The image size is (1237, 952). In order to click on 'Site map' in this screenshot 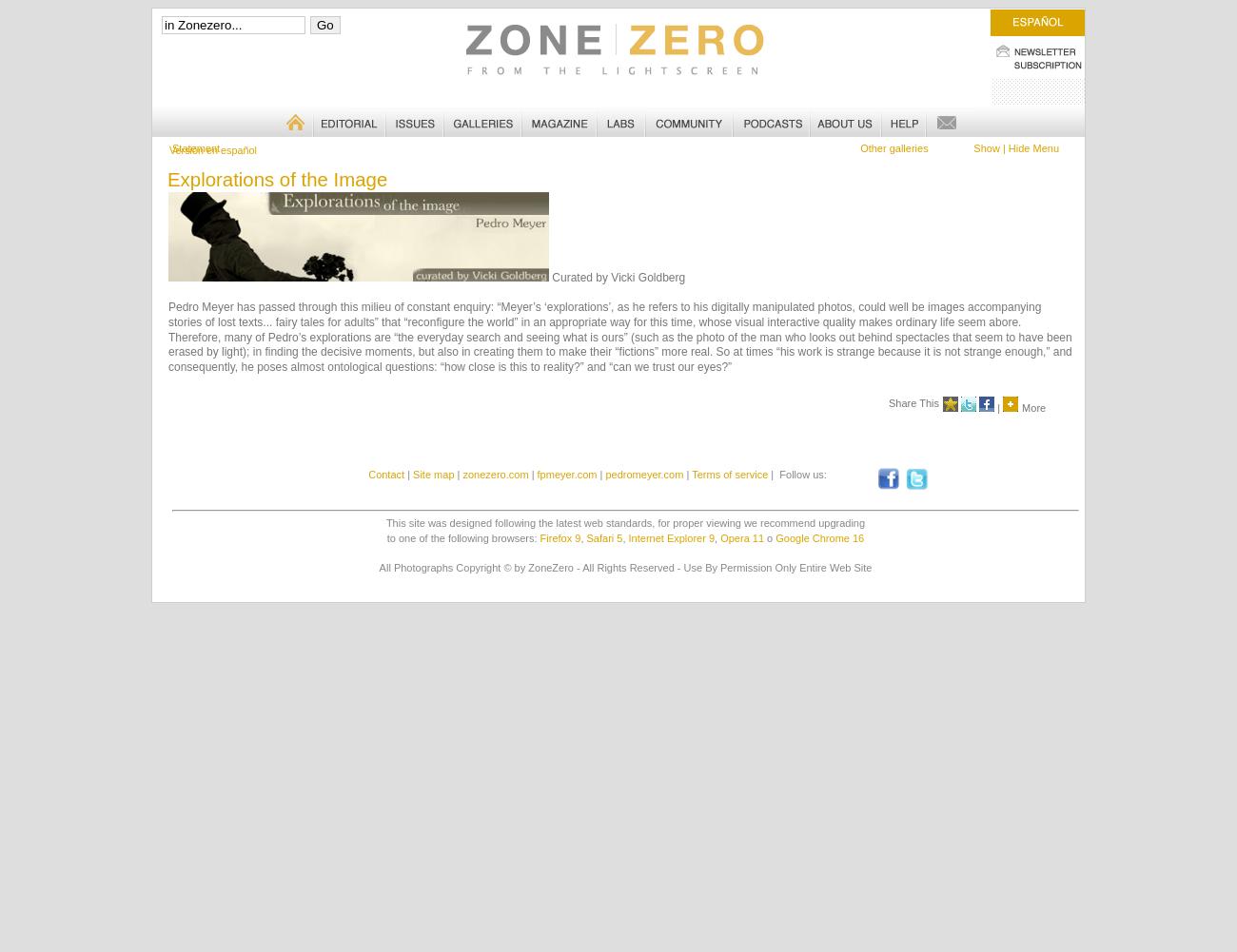, I will do `click(433, 474)`.